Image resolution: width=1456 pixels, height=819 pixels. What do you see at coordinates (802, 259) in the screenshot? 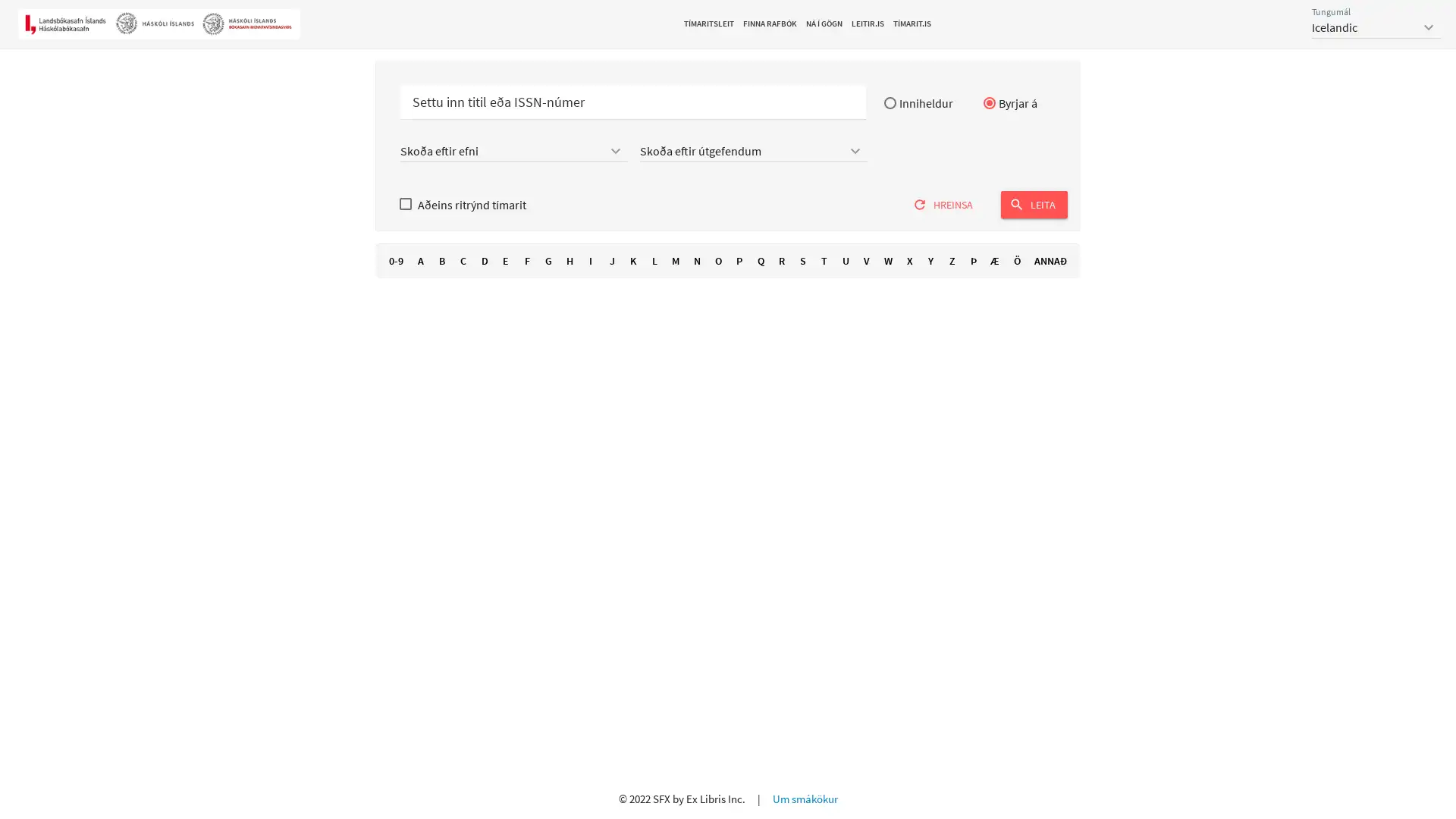
I see `S` at bounding box center [802, 259].